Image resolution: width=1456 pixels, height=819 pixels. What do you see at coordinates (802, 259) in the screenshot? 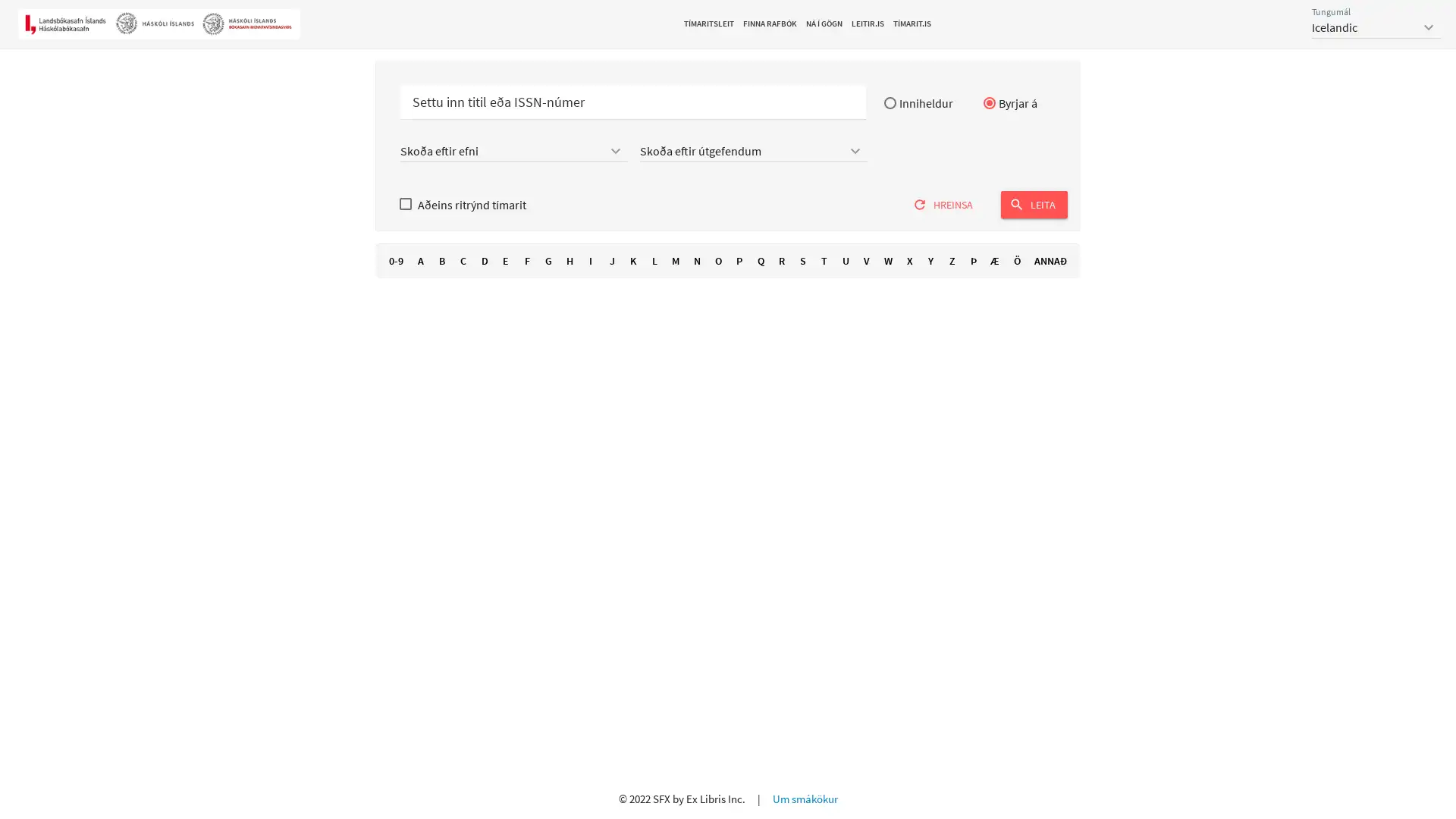
I see `S` at bounding box center [802, 259].